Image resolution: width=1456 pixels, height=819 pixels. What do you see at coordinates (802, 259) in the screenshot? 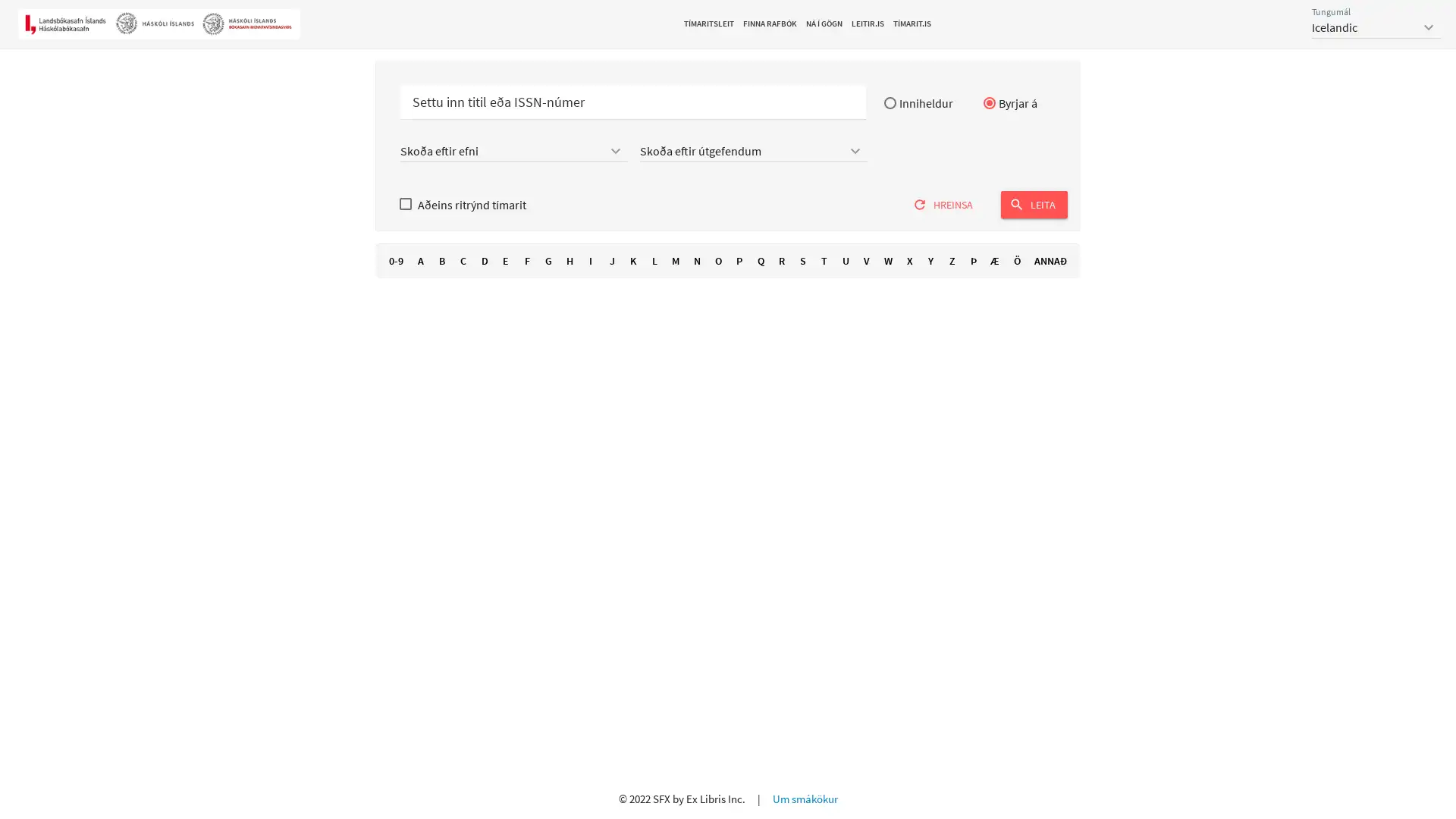
I see `S` at bounding box center [802, 259].